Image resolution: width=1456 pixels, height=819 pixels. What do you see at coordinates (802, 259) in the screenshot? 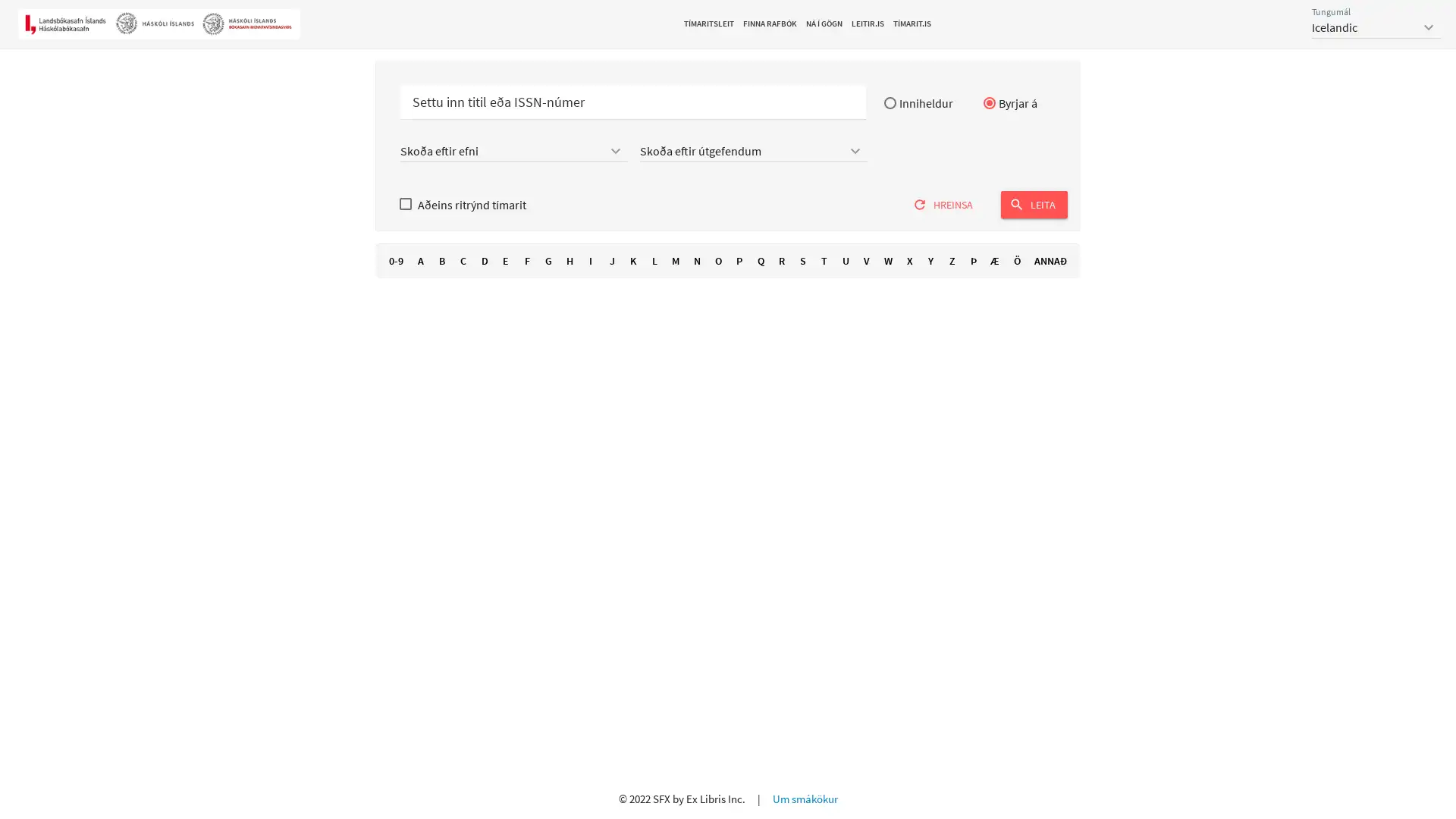
I see `S` at bounding box center [802, 259].